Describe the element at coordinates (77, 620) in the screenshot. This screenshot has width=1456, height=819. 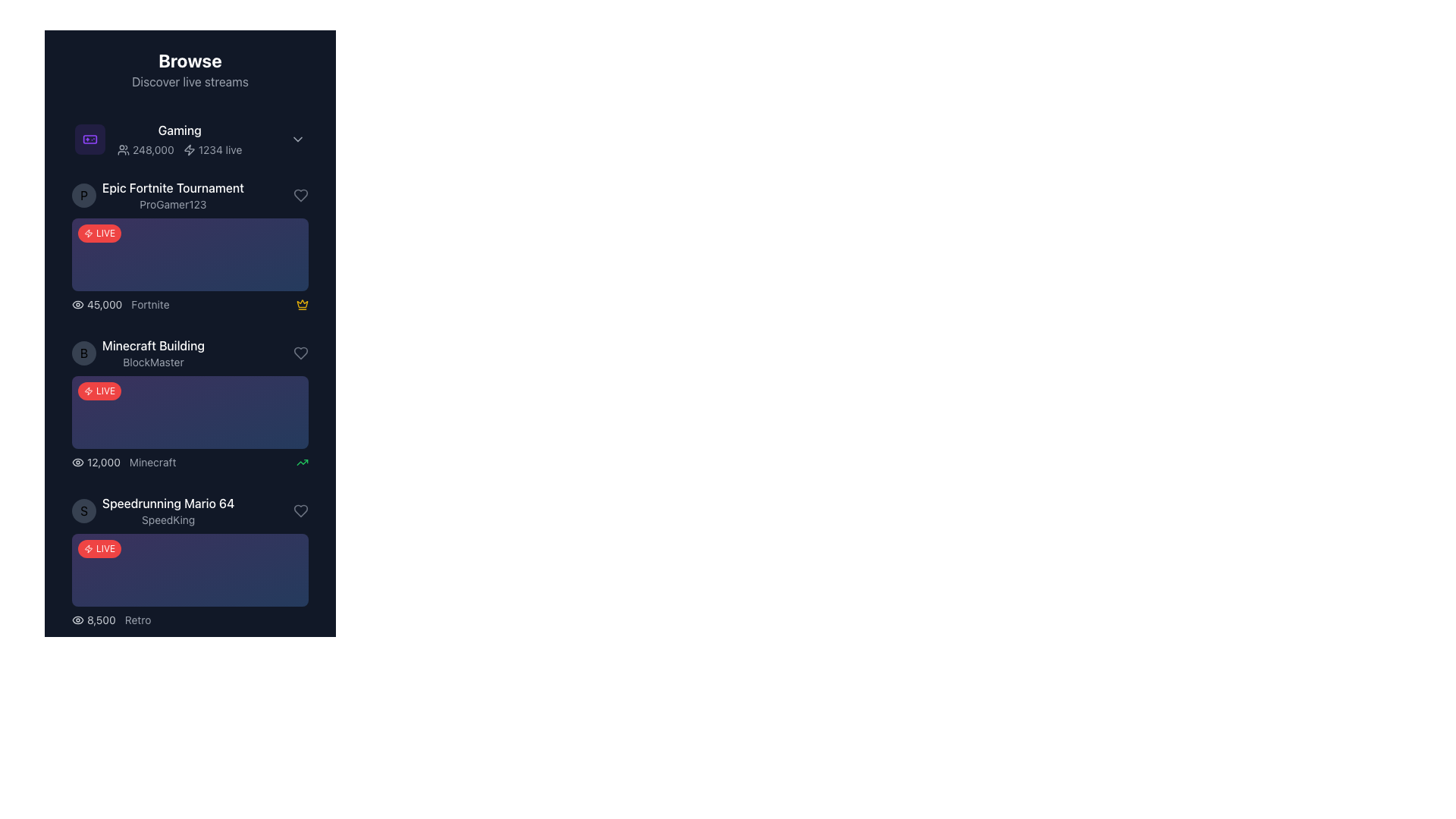
I see `the SVG element resembling an eye-like figure, which is part of a composite visual icon located next to the text 'Minecraft Building' and the username 'BlockMaster'` at that location.